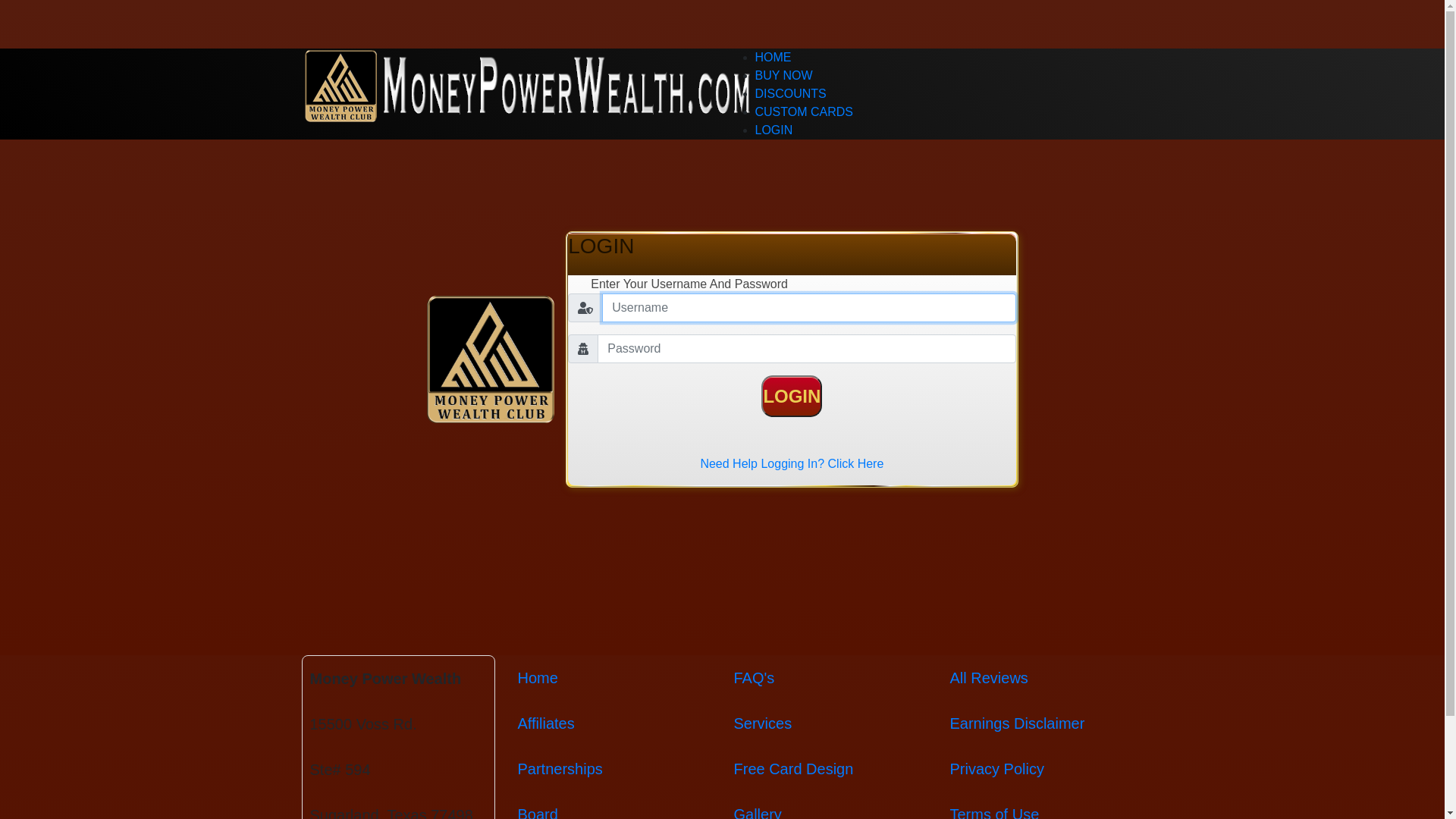 This screenshot has width=1456, height=819. What do you see at coordinates (783, 75) in the screenshot?
I see `'BUY NOW'` at bounding box center [783, 75].